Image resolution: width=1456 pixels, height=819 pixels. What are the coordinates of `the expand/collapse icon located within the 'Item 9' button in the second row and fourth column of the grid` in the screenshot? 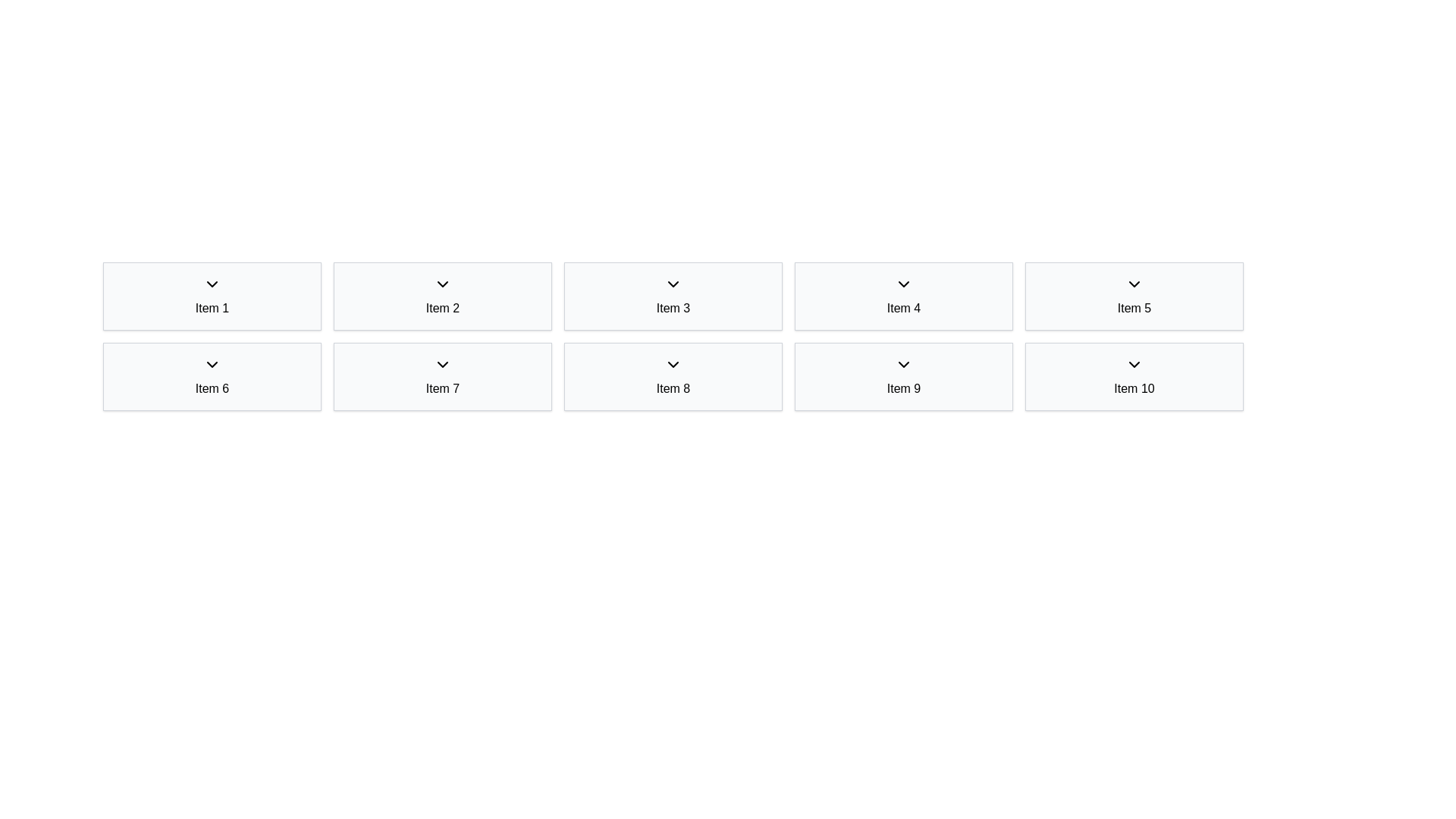 It's located at (903, 365).